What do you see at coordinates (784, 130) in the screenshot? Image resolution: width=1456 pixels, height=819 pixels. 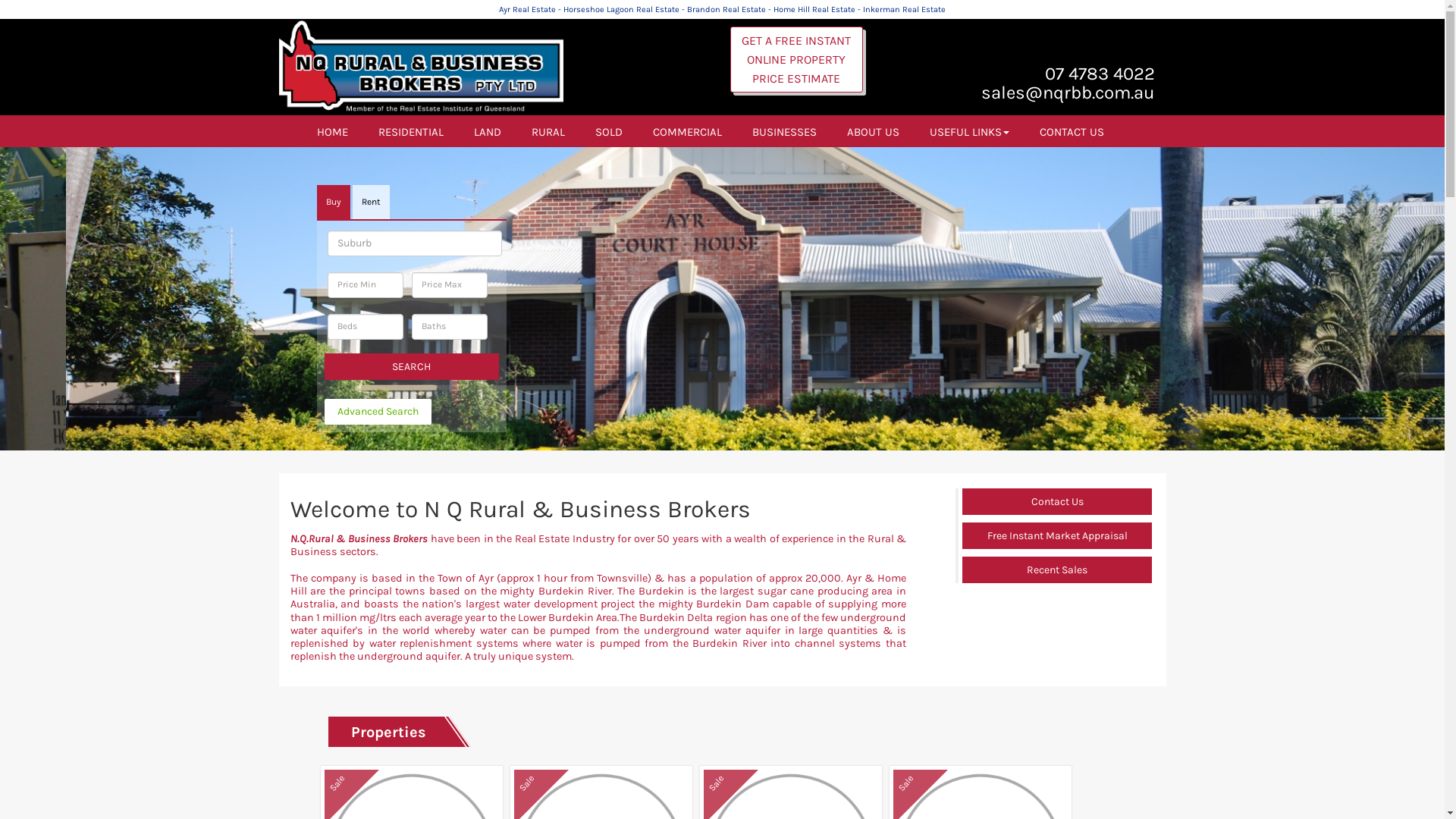 I see `'BUSINESSES'` at bounding box center [784, 130].